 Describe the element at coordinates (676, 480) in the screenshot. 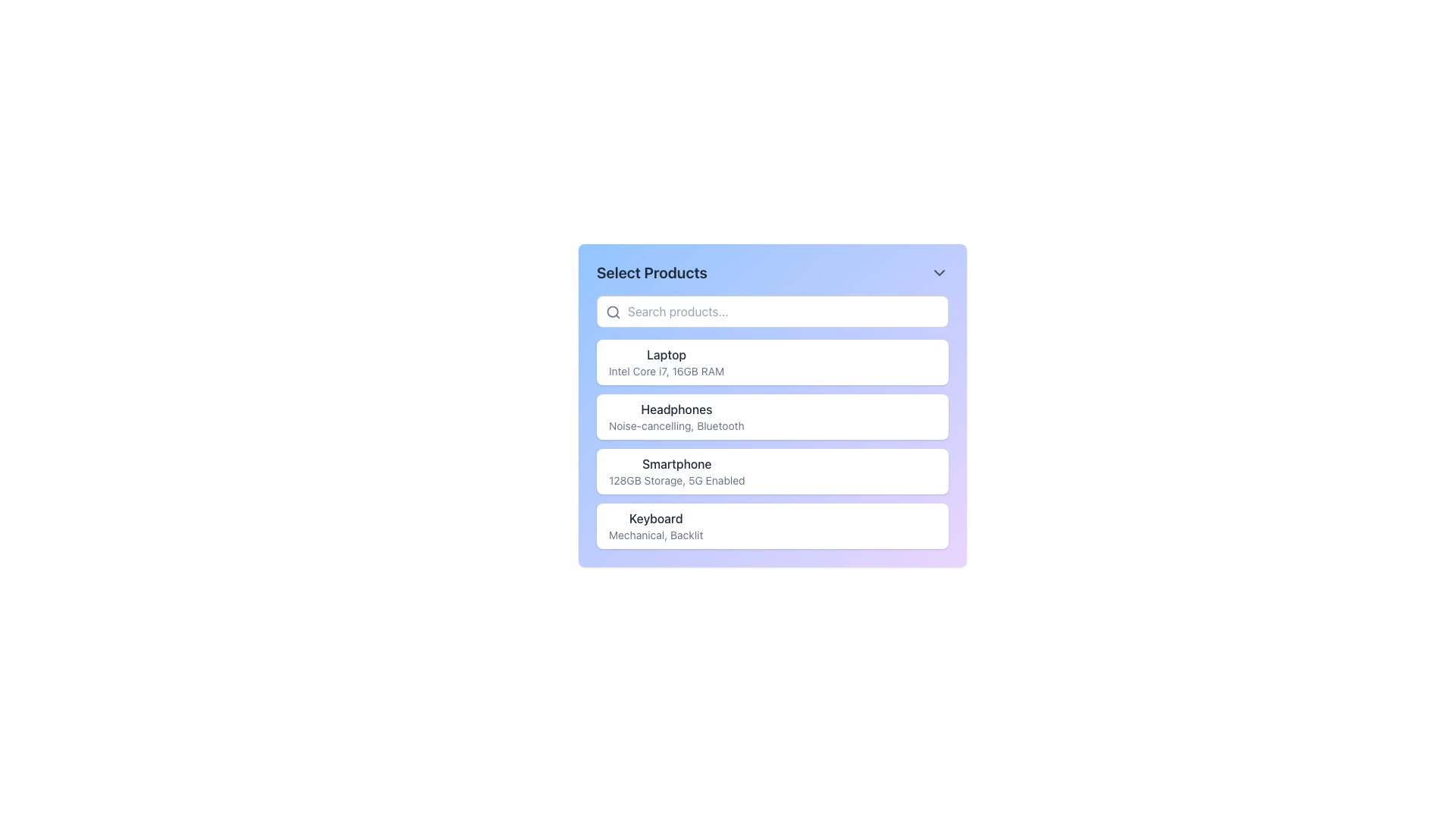

I see `the informational text label that describes the specifications of the Smartphone product, located directly below the title 'Smartphone'` at that location.